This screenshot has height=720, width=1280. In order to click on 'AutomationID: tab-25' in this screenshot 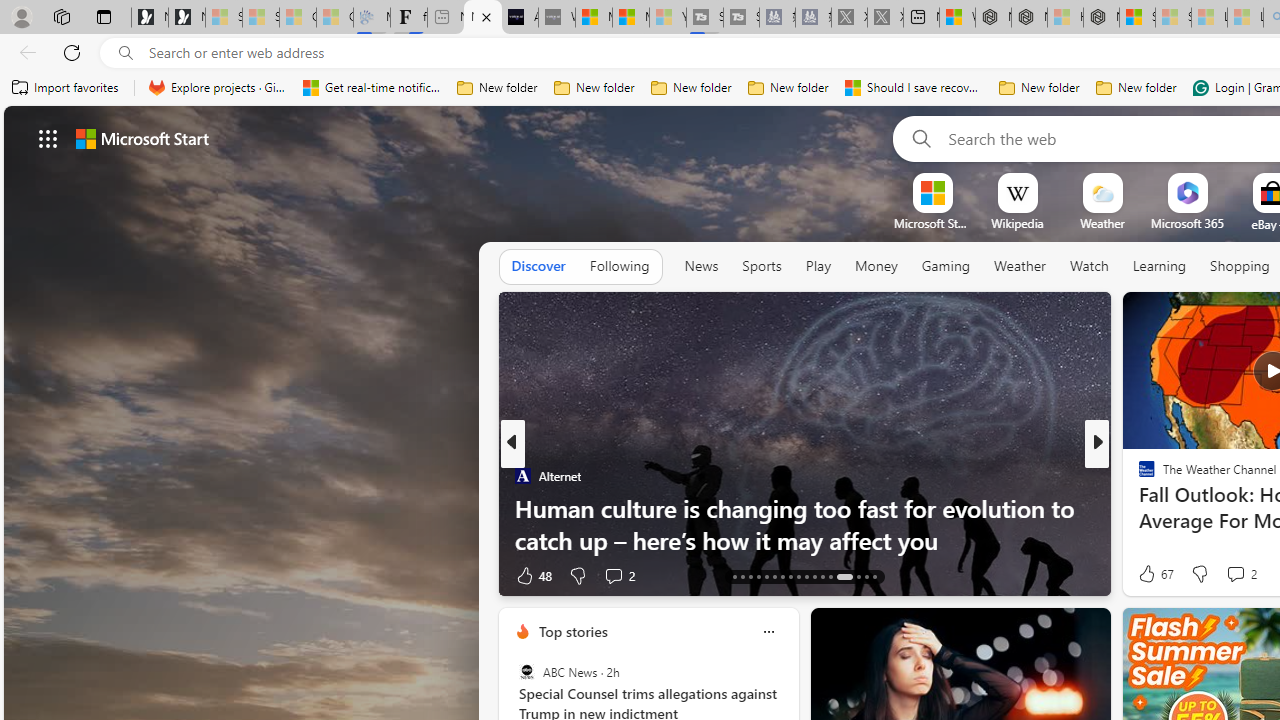, I will do `click(797, 577)`.